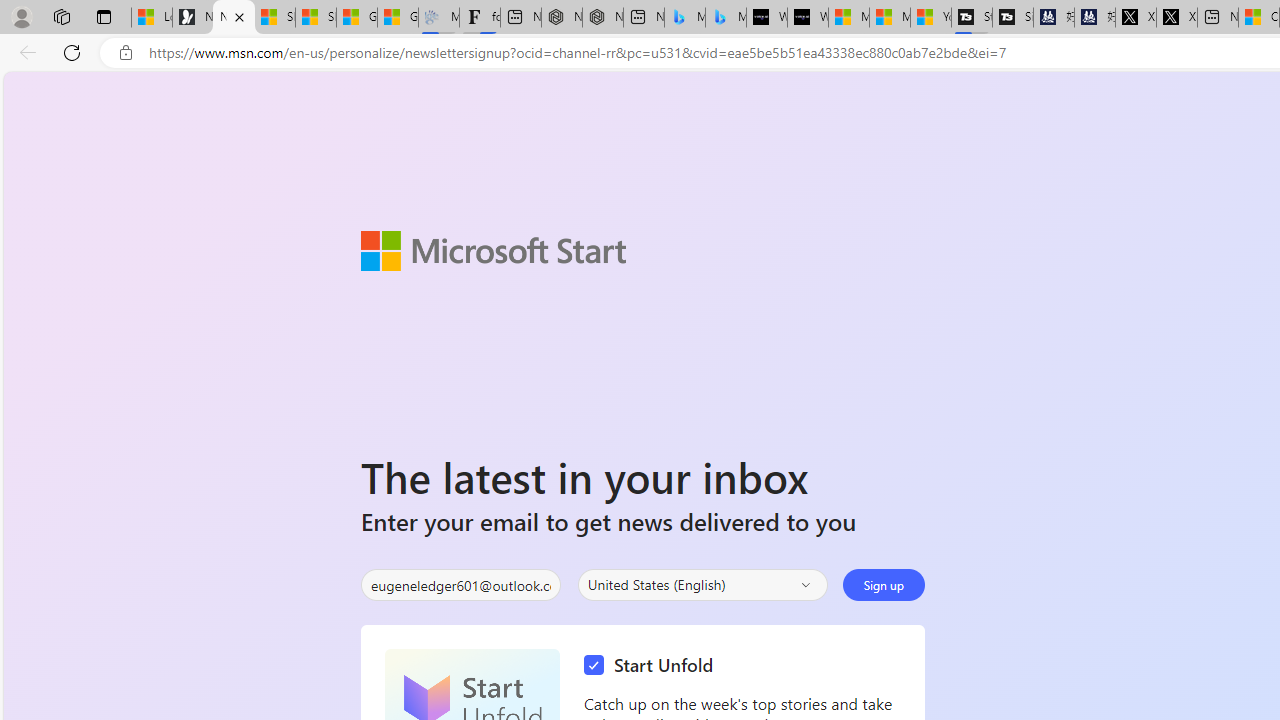 The height and width of the screenshot is (720, 1280). What do you see at coordinates (725, 17) in the screenshot?
I see `'Microsoft Bing Travel - Shangri-La Hotel Bangkok'` at bounding box center [725, 17].